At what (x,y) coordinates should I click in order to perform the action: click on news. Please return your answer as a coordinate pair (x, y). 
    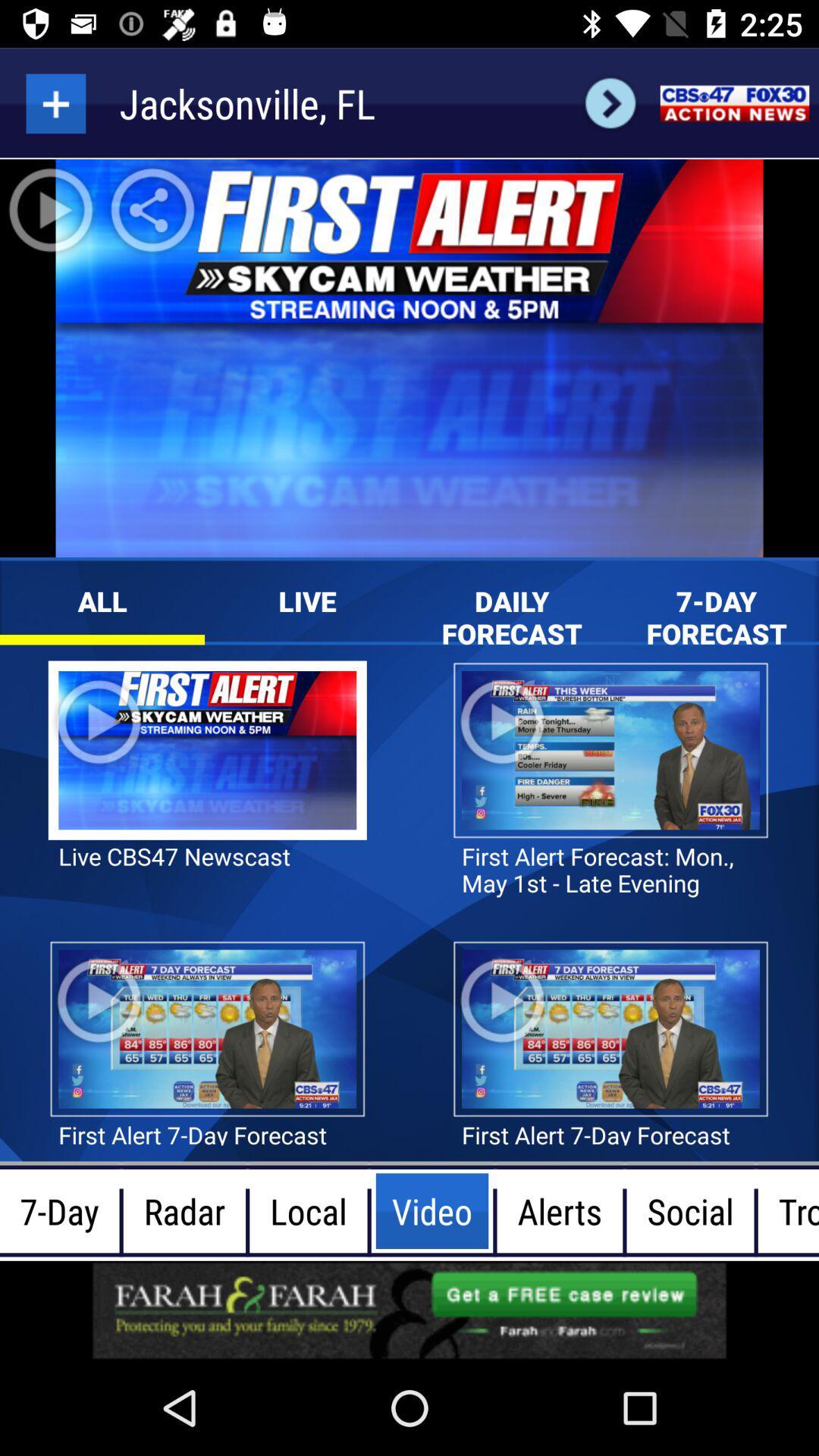
    Looking at the image, I should click on (733, 102).